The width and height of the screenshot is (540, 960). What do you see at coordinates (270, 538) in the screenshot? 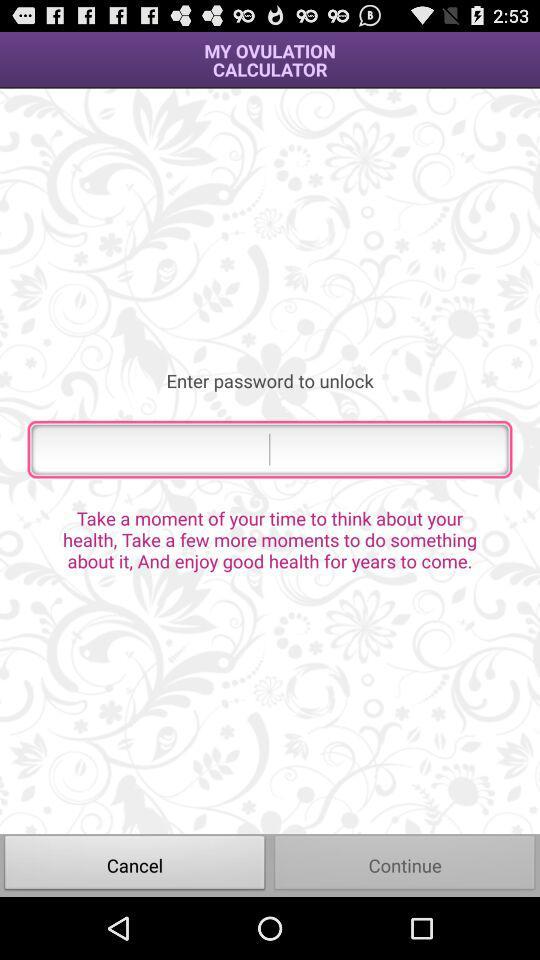
I see `the icon above cancel button` at bounding box center [270, 538].